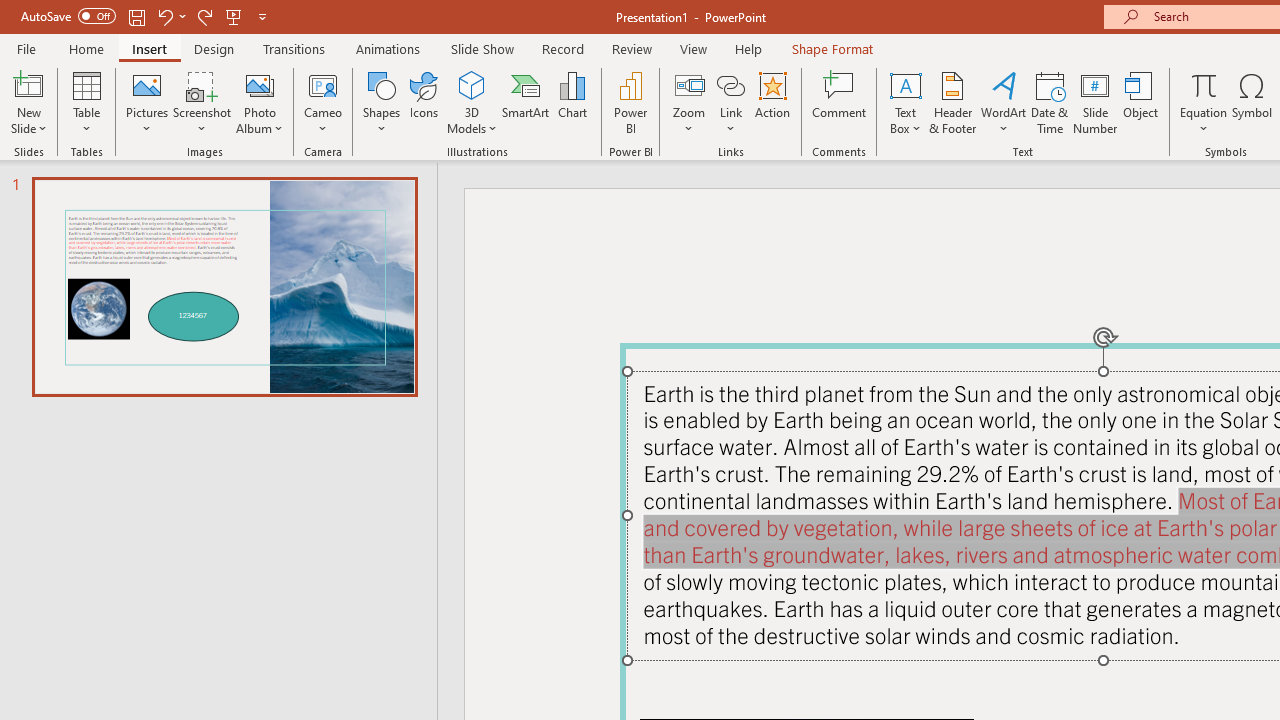  Describe the element at coordinates (571, 103) in the screenshot. I see `'Chart...'` at that location.